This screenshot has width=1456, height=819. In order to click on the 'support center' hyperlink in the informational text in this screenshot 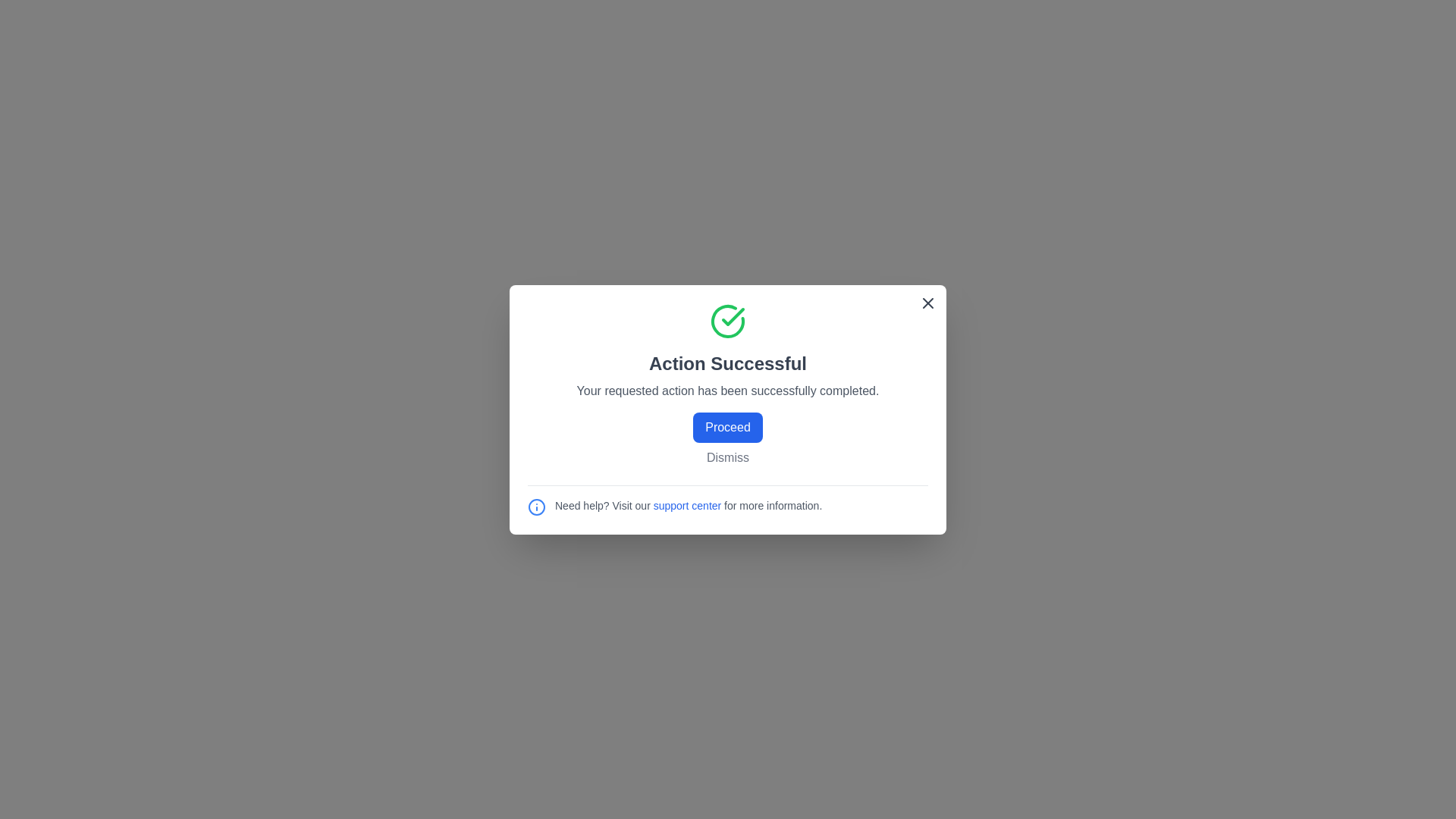, I will do `click(688, 505)`.